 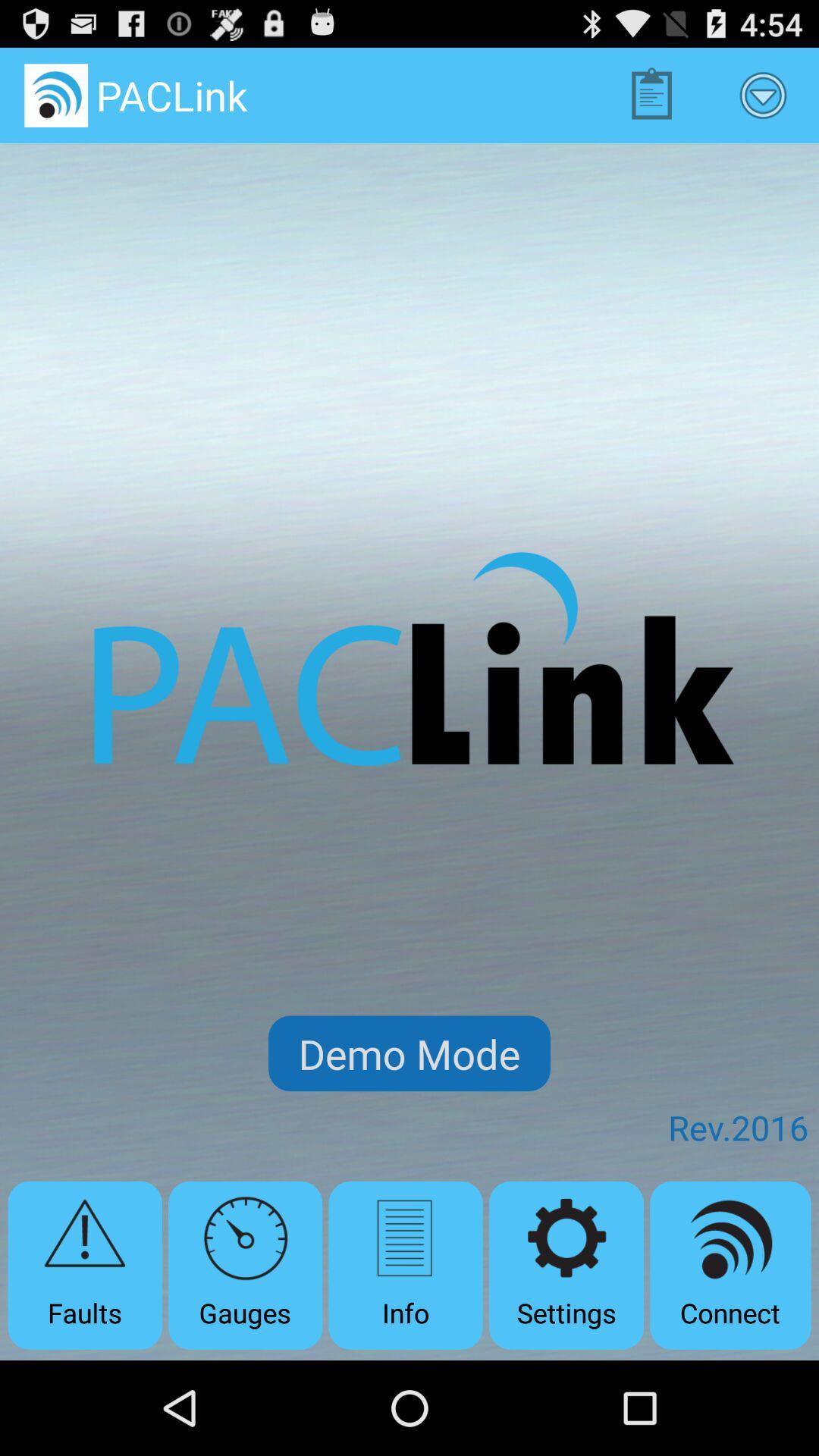 I want to click on the gauges, so click(x=244, y=1265).